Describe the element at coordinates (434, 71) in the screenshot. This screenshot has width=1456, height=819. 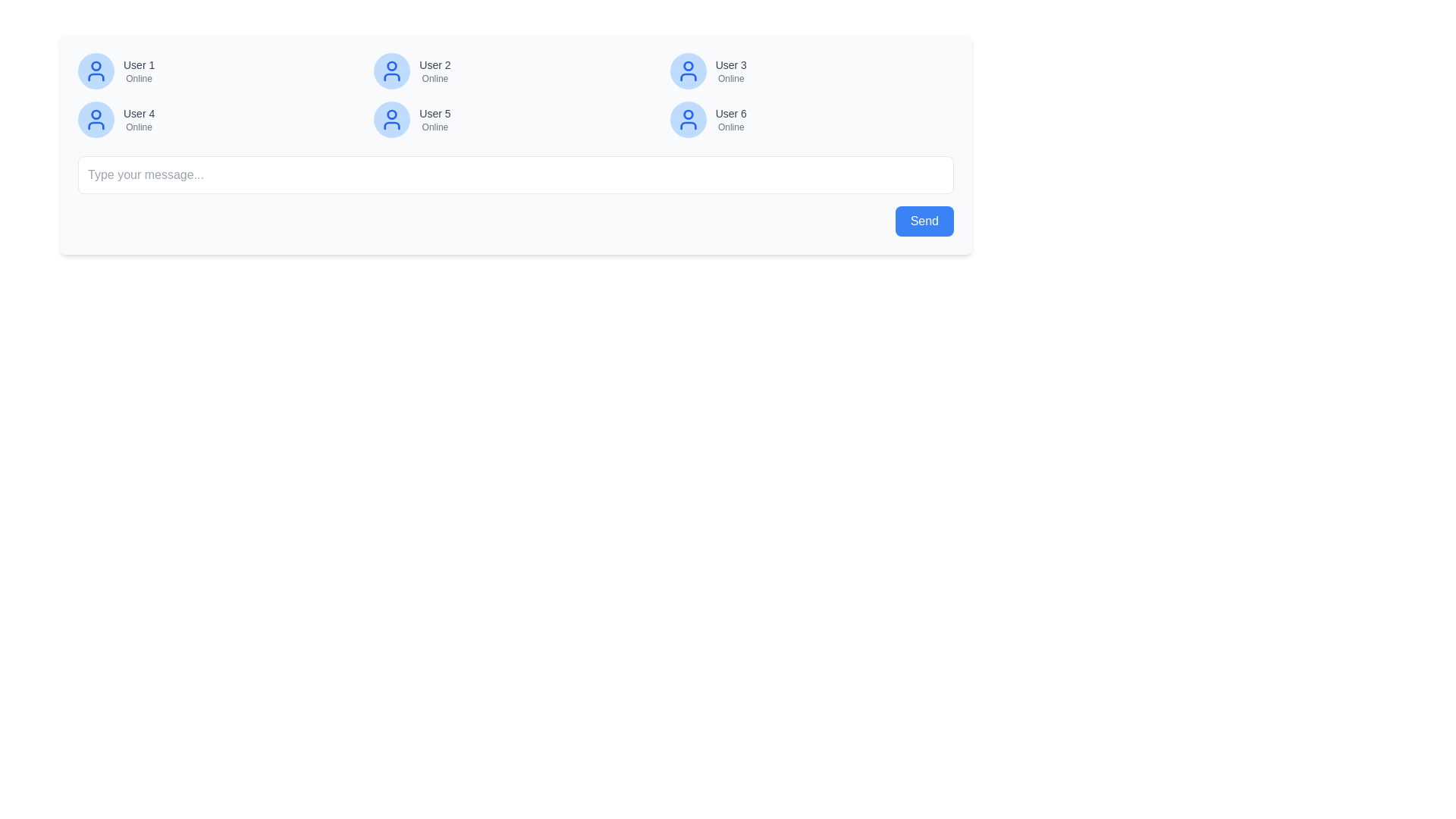
I see `the Text block displaying the username 'User 2' and their online status, located in the second position of the user list` at that location.